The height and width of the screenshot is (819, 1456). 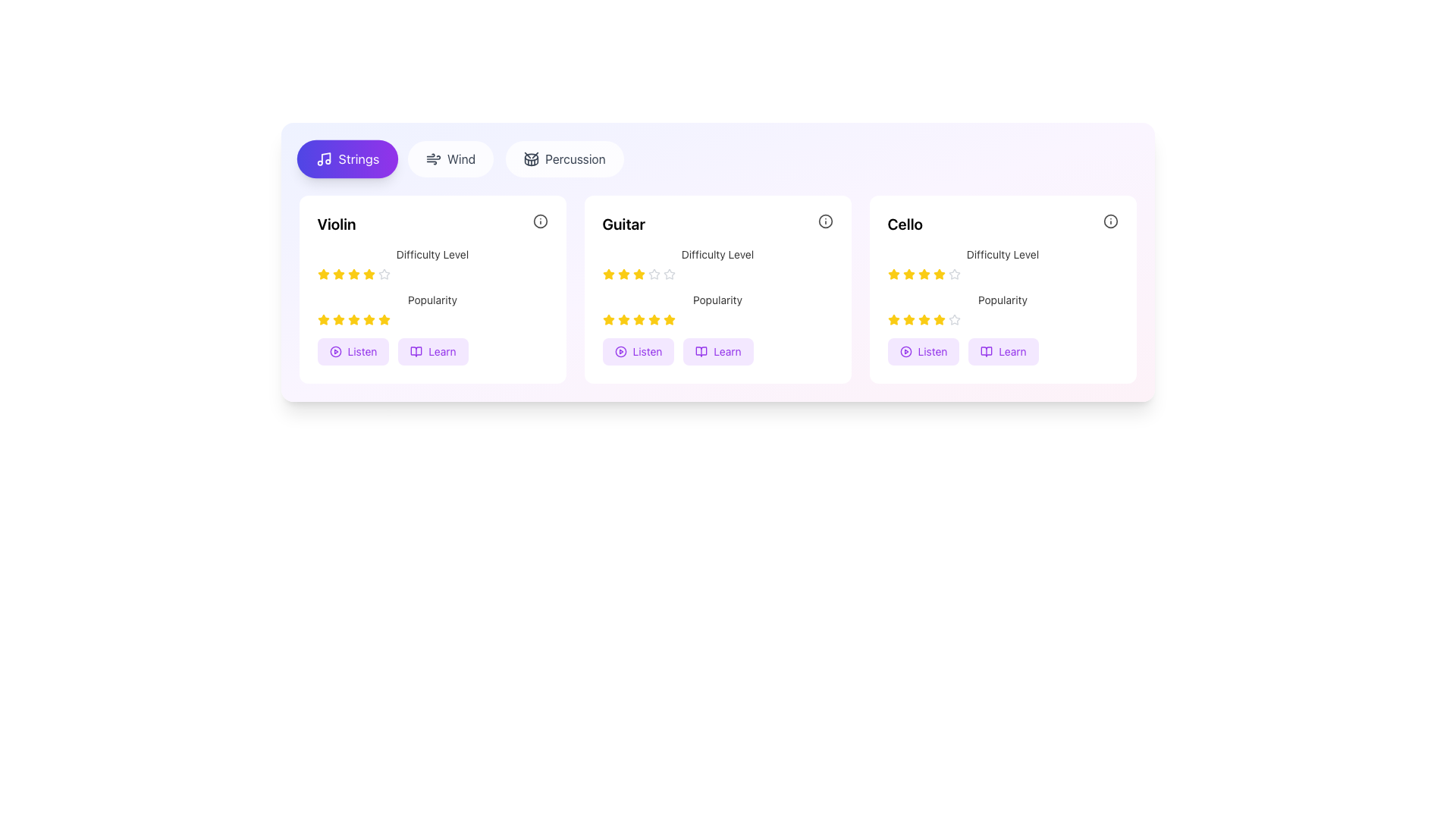 I want to click on the third star in the interactive star rating system for the 'Violin' item to rate it, so click(x=353, y=274).